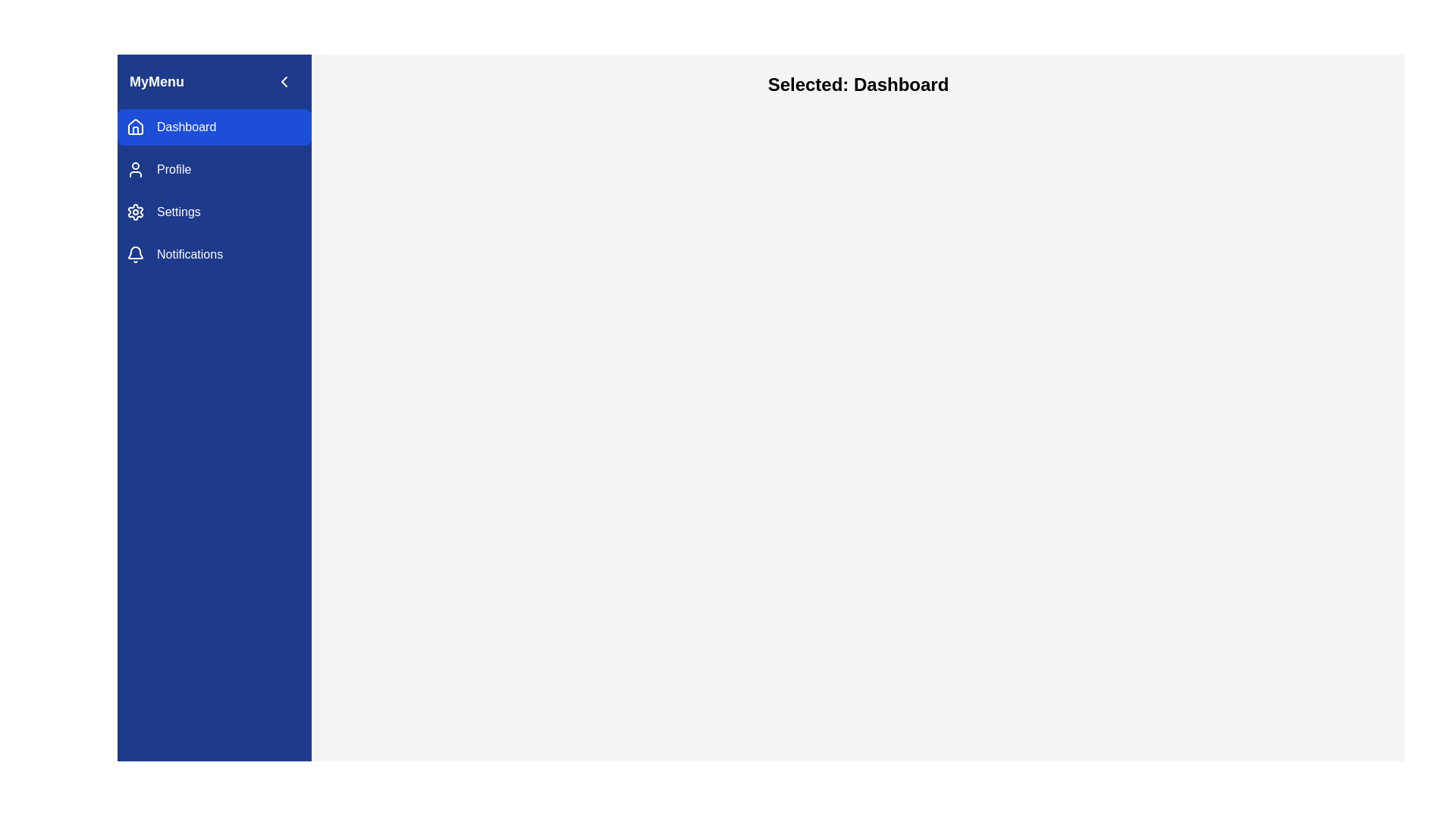  Describe the element at coordinates (135, 125) in the screenshot. I see `the house-shaped icon on the blue background located in the vertical sidebar navigation menu` at that location.